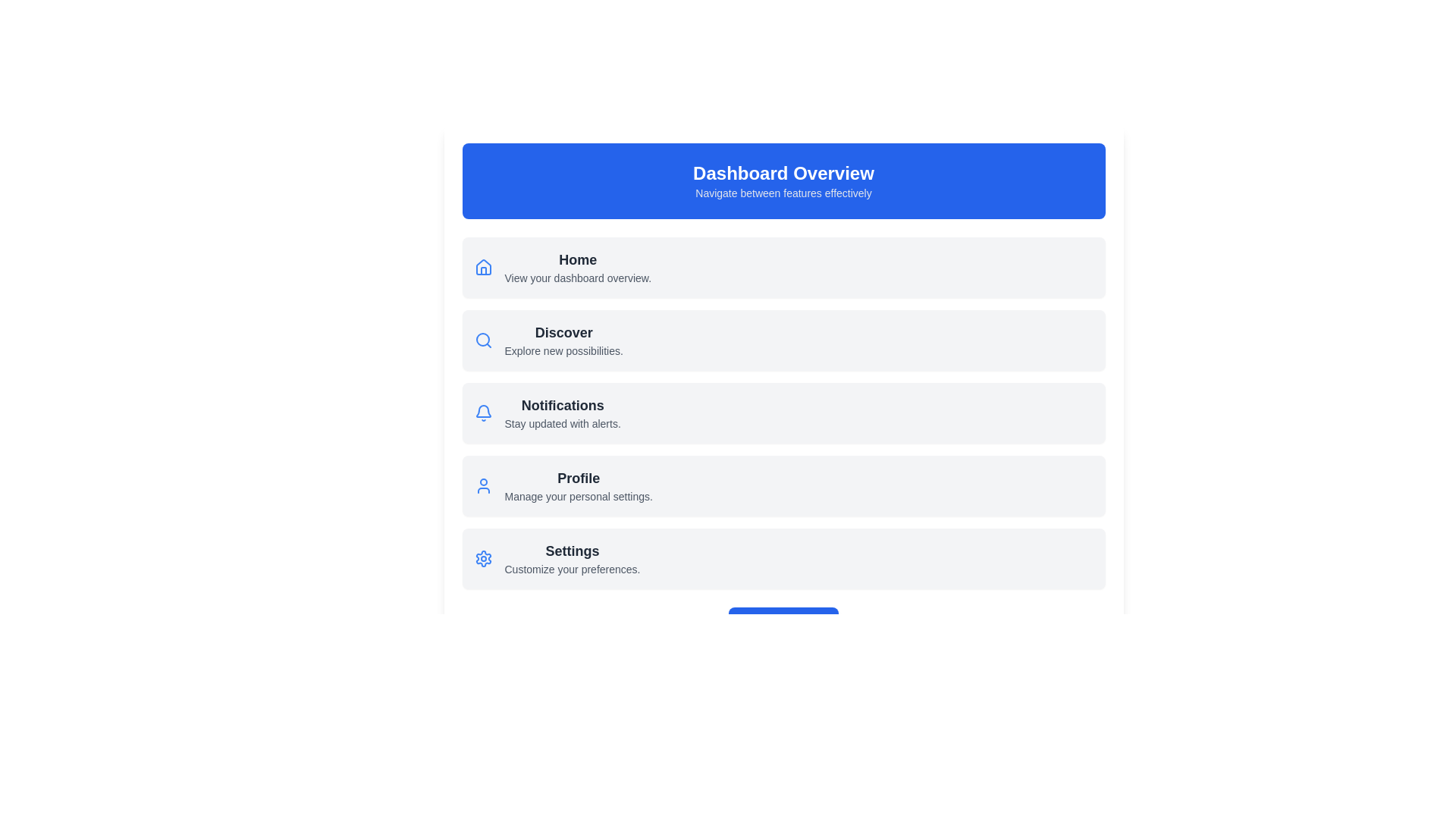  I want to click on the blue search icon, which is styled as a magnifying glass and located to the left of the 'Discover' label in the Discover section, so click(482, 339).